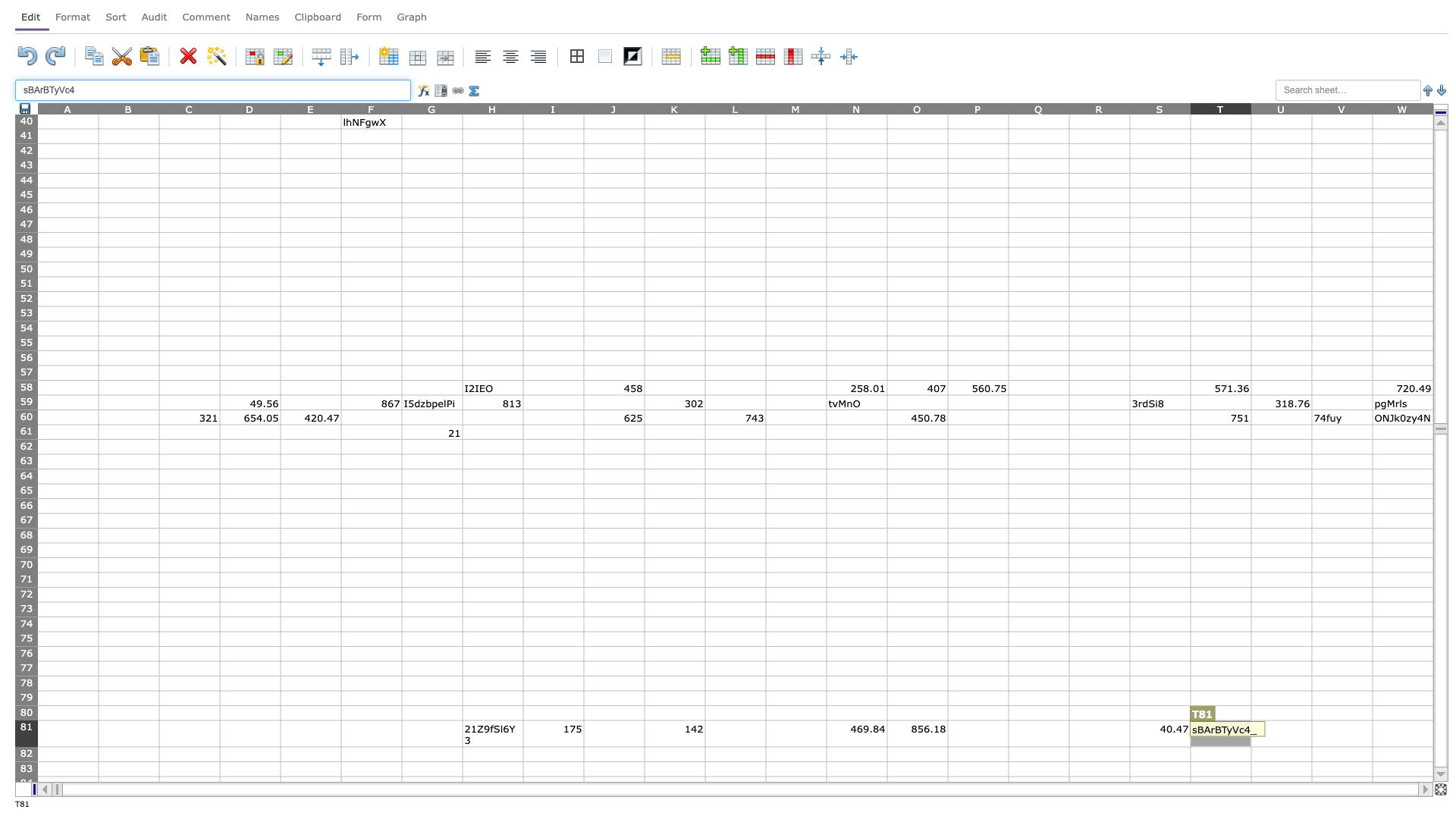 The height and width of the screenshot is (819, 1456). Describe the element at coordinates (1432, 733) in the screenshot. I see `right edge of W81` at that location.